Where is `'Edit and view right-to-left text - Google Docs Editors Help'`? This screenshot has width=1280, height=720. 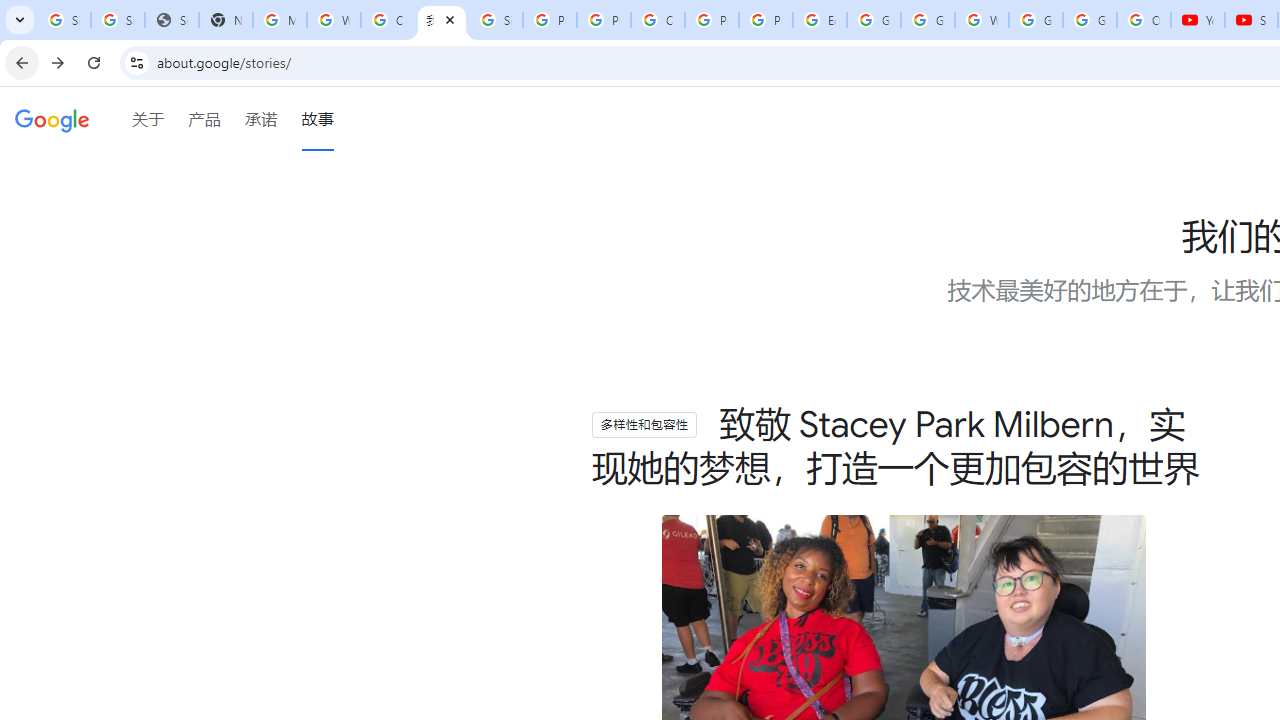
'Edit and view right-to-left text - Google Docs Editors Help' is located at coordinates (819, 20).